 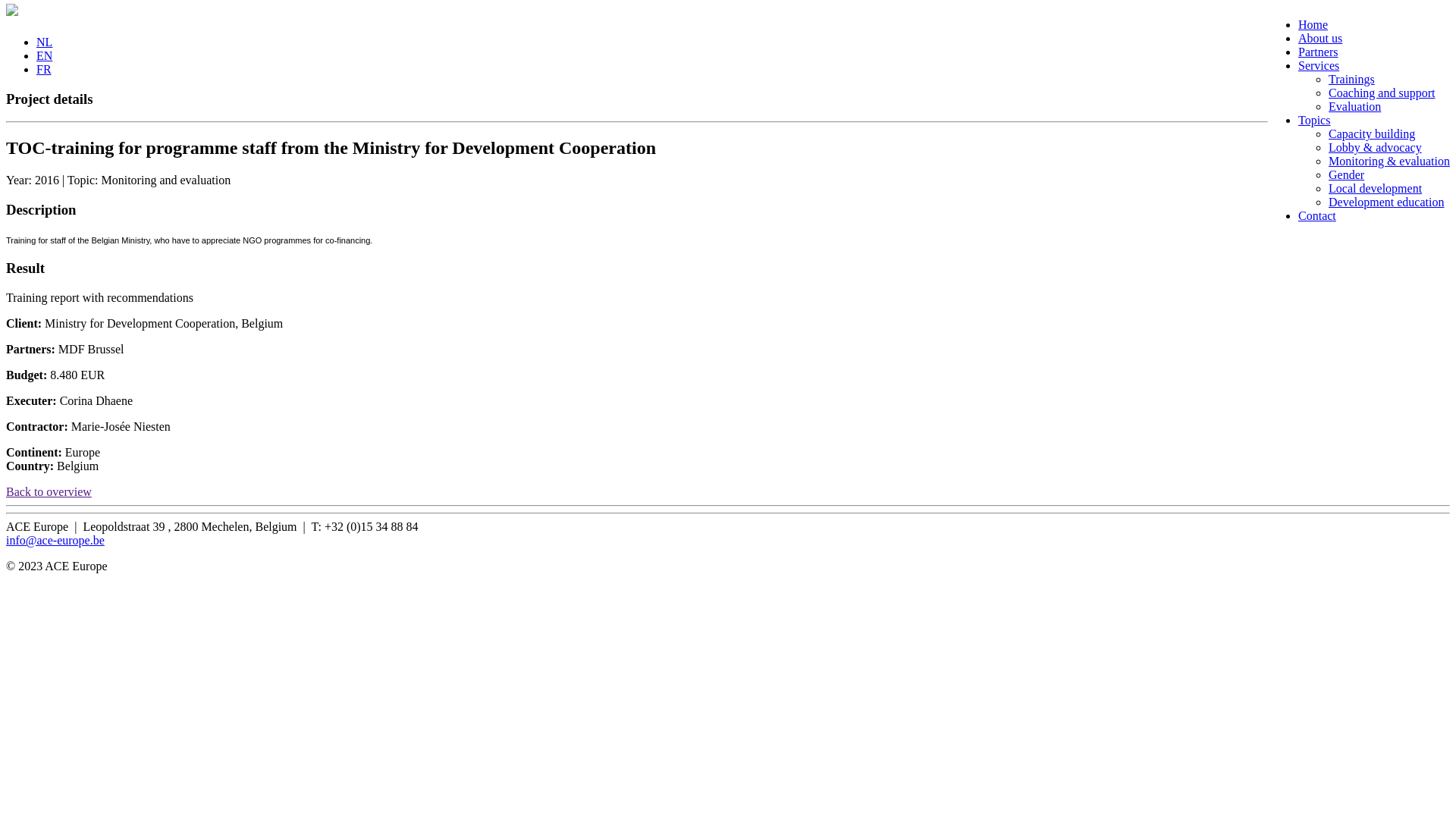 What do you see at coordinates (1298, 215) in the screenshot?
I see `'Contact'` at bounding box center [1298, 215].